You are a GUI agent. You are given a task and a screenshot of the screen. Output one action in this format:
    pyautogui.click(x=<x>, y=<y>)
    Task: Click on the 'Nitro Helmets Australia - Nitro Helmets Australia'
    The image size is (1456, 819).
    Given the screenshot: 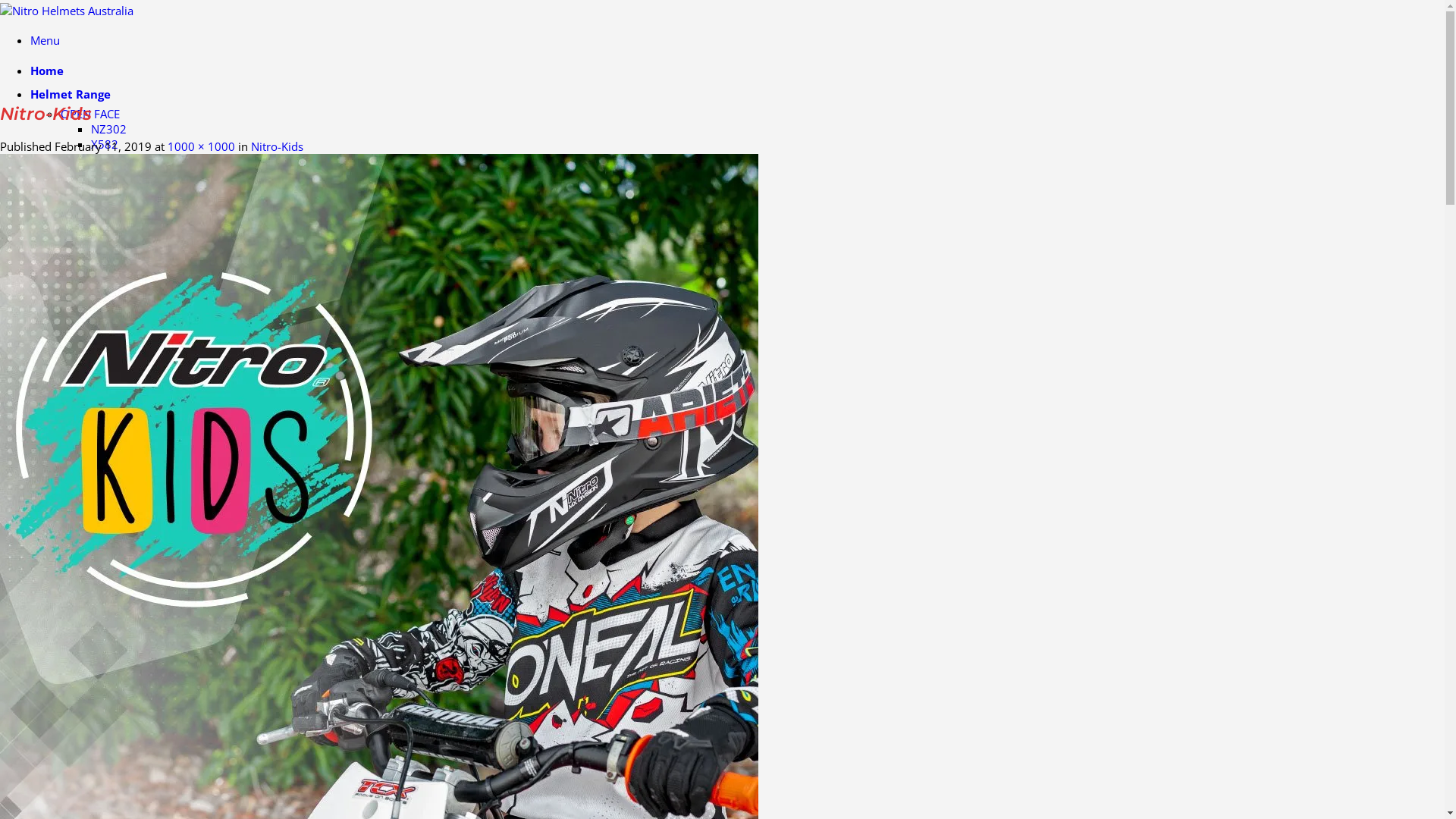 What is the action you would take?
    pyautogui.click(x=67, y=11)
    